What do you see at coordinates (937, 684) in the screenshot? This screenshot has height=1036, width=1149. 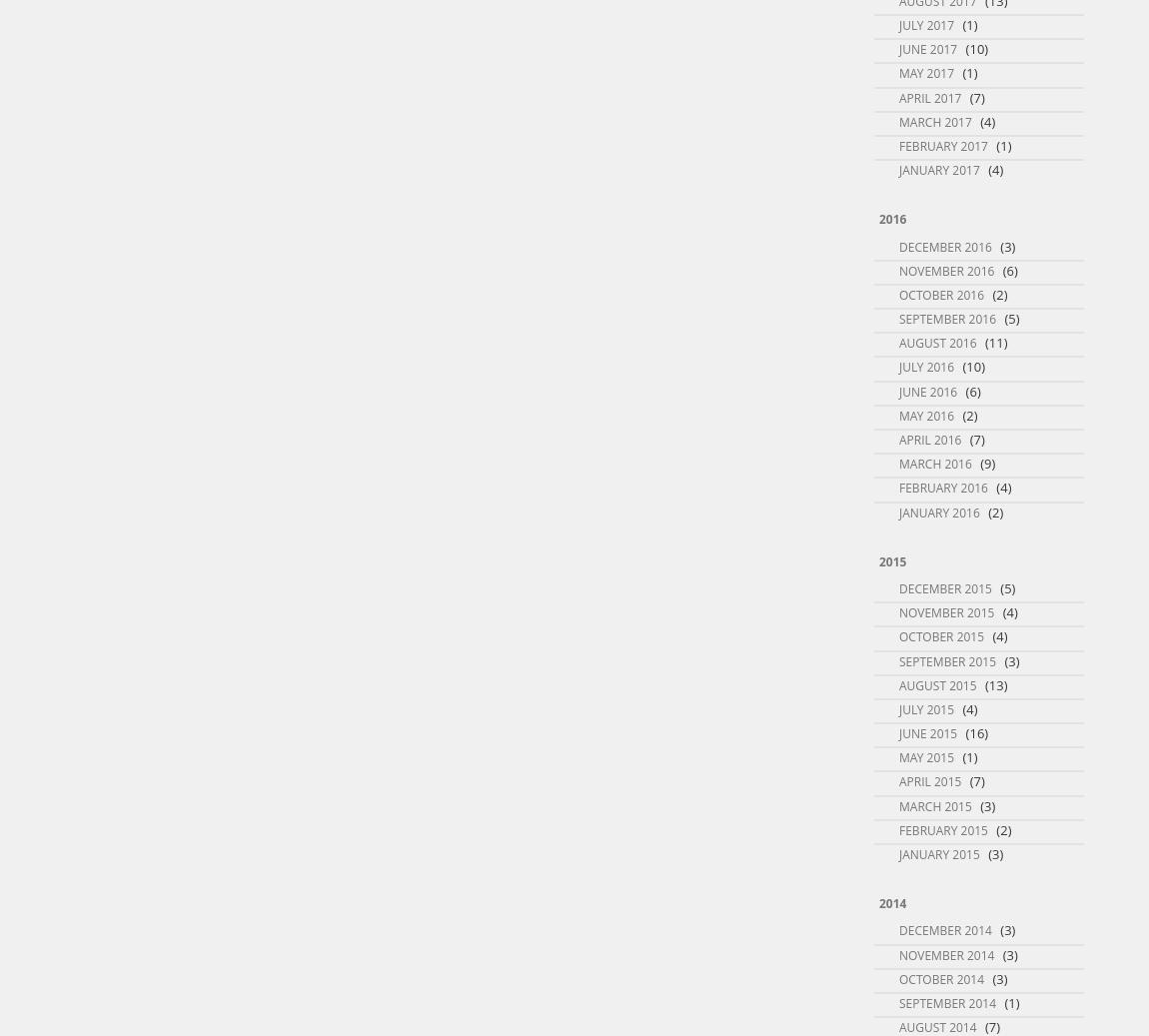 I see `'August 2015'` at bounding box center [937, 684].